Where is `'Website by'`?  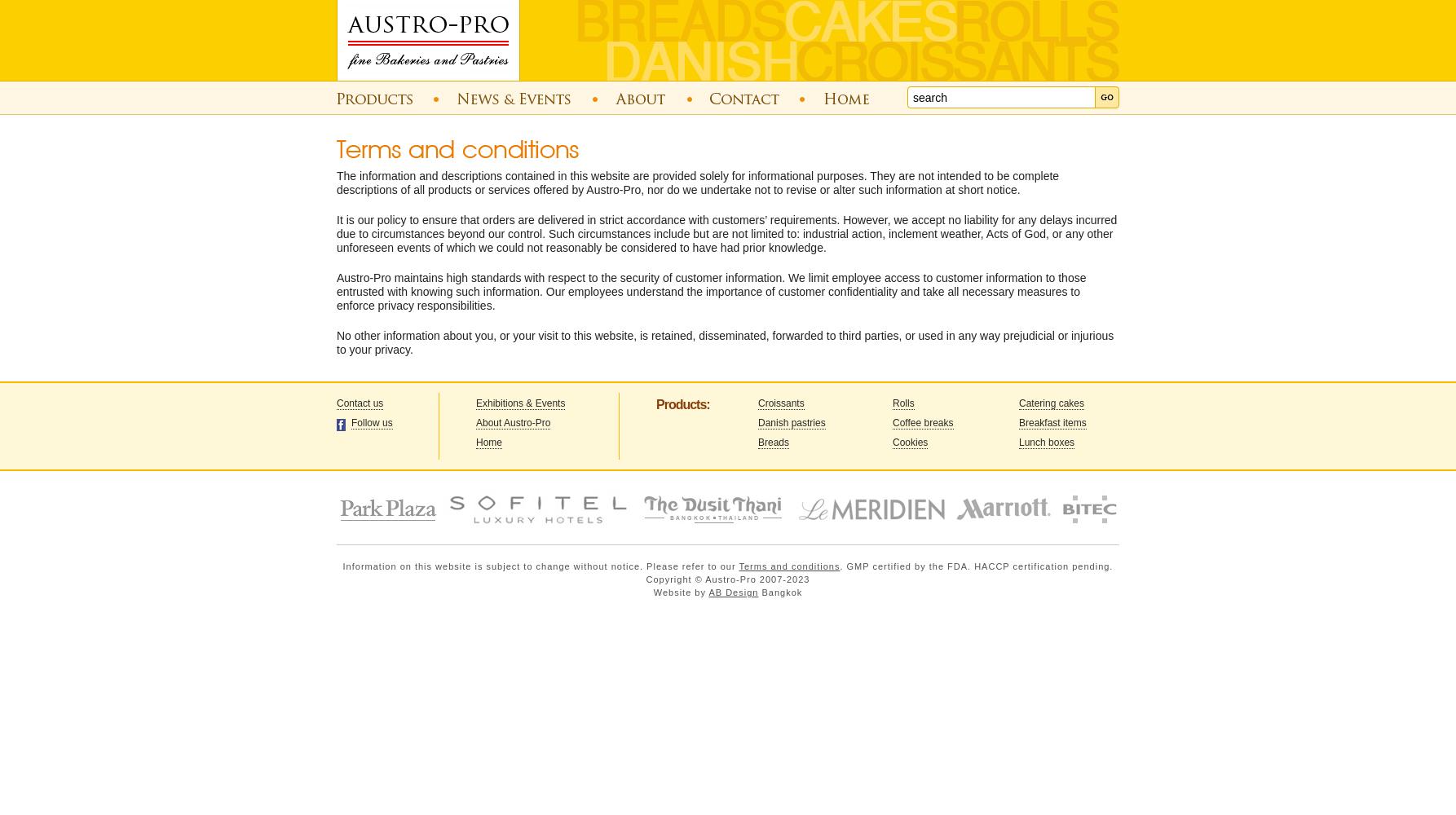 'Website by' is located at coordinates (679, 592).